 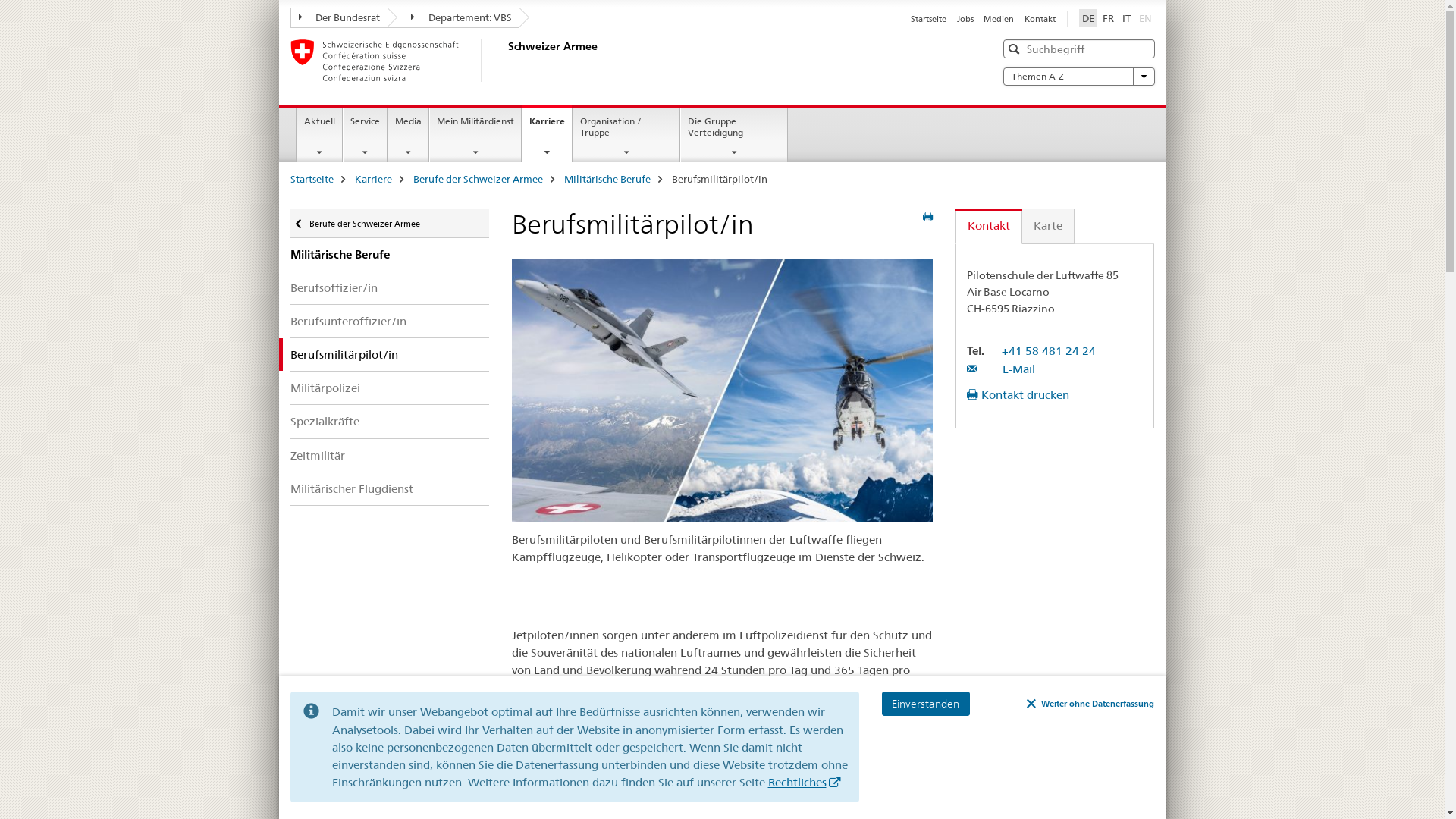 What do you see at coordinates (297, 133) in the screenshot?
I see `'Aktuell'` at bounding box center [297, 133].